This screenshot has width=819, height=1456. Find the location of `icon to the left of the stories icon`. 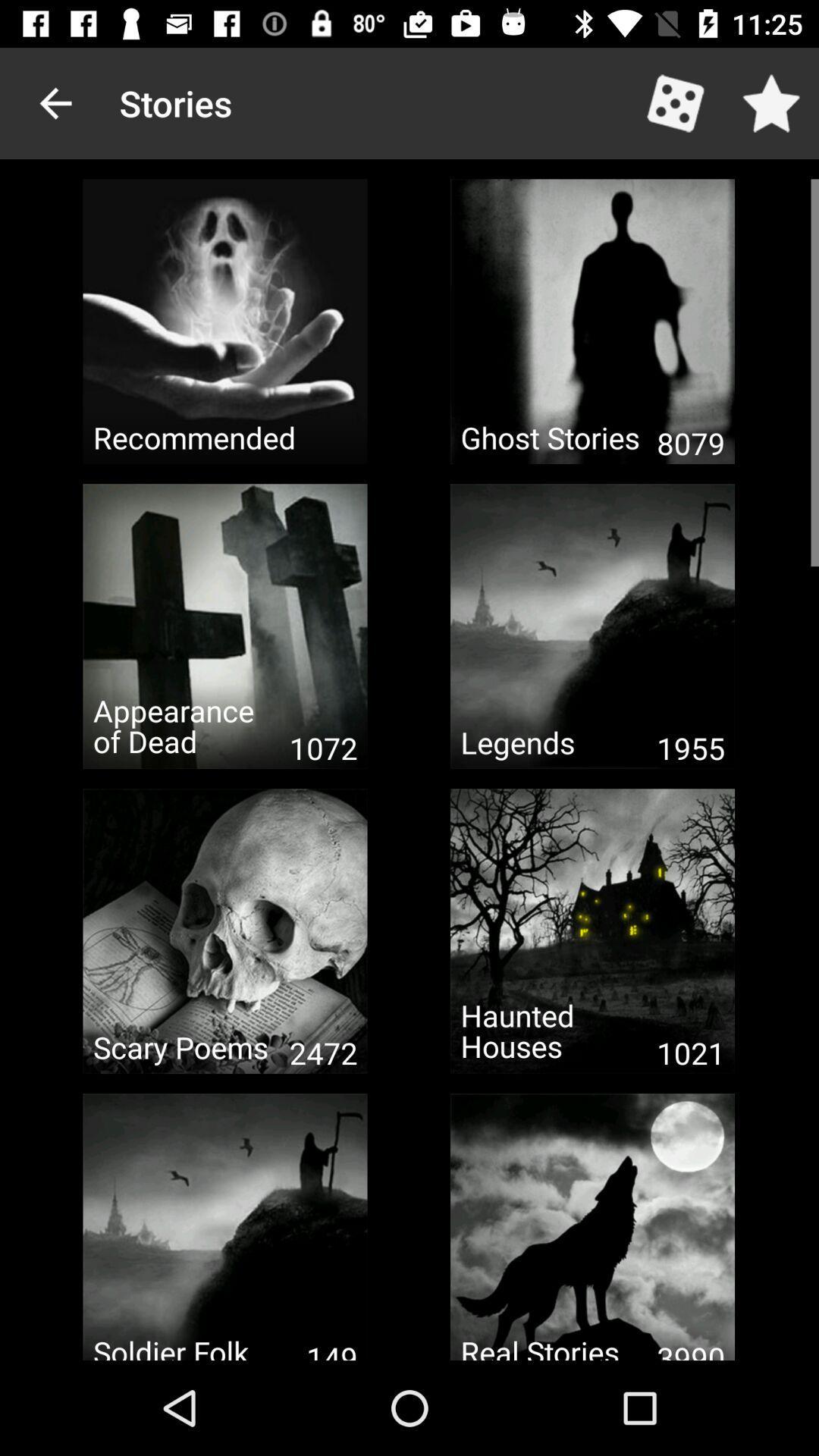

icon to the left of the stories icon is located at coordinates (55, 102).